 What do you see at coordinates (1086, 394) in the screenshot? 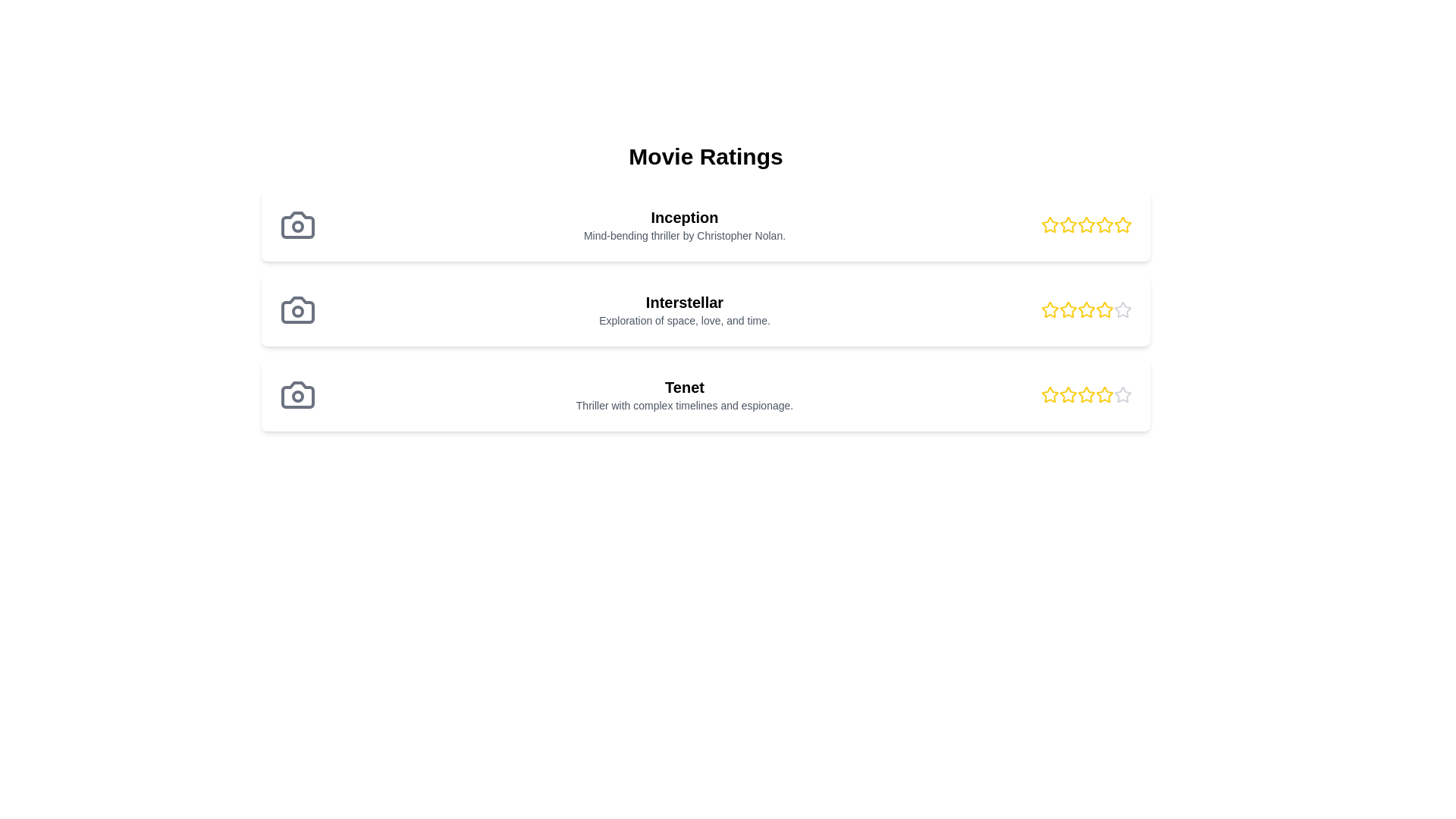
I see `the third star` at bounding box center [1086, 394].